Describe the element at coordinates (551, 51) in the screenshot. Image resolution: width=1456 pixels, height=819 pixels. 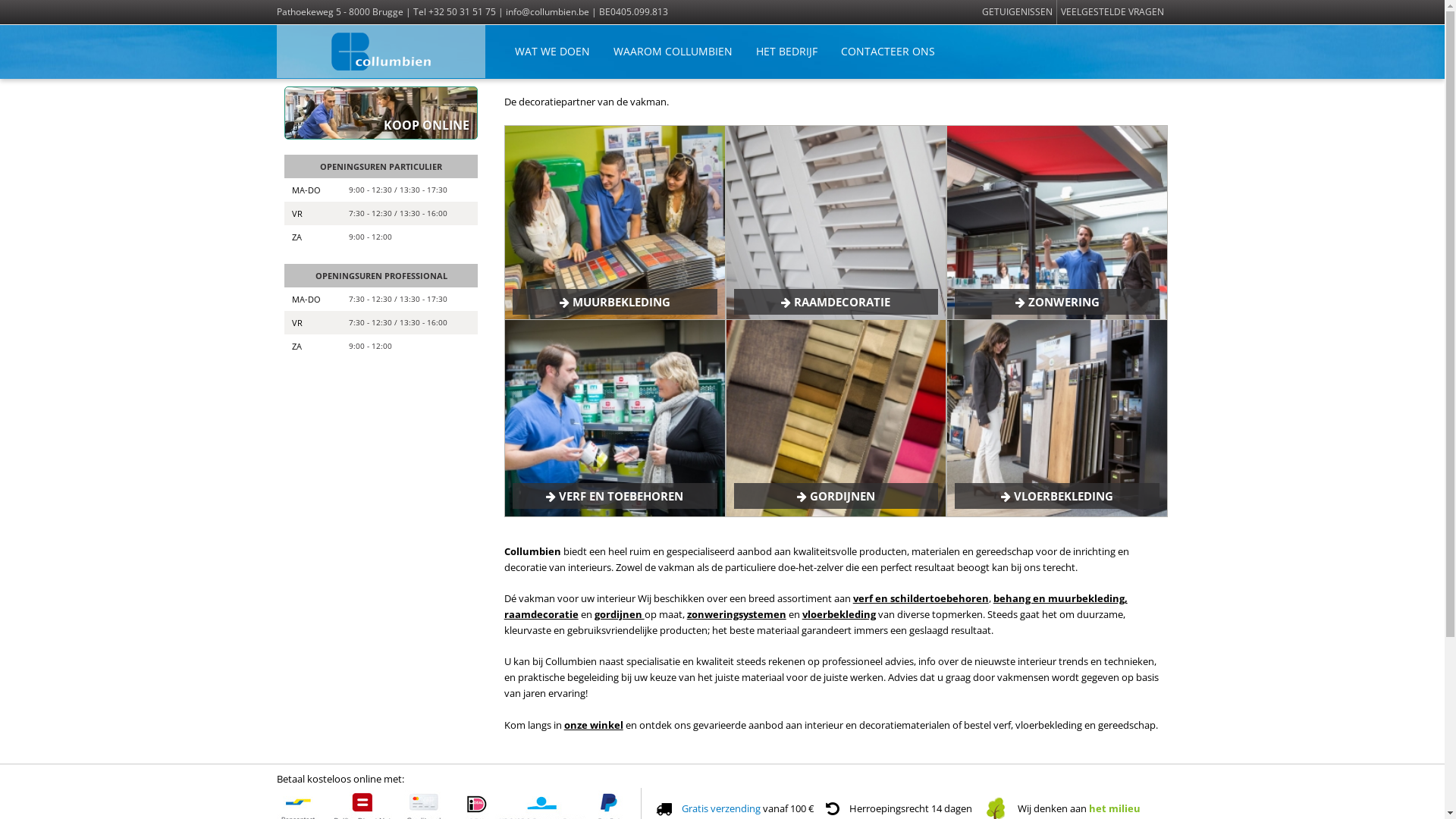
I see `'WAT WE DOEN'` at that location.